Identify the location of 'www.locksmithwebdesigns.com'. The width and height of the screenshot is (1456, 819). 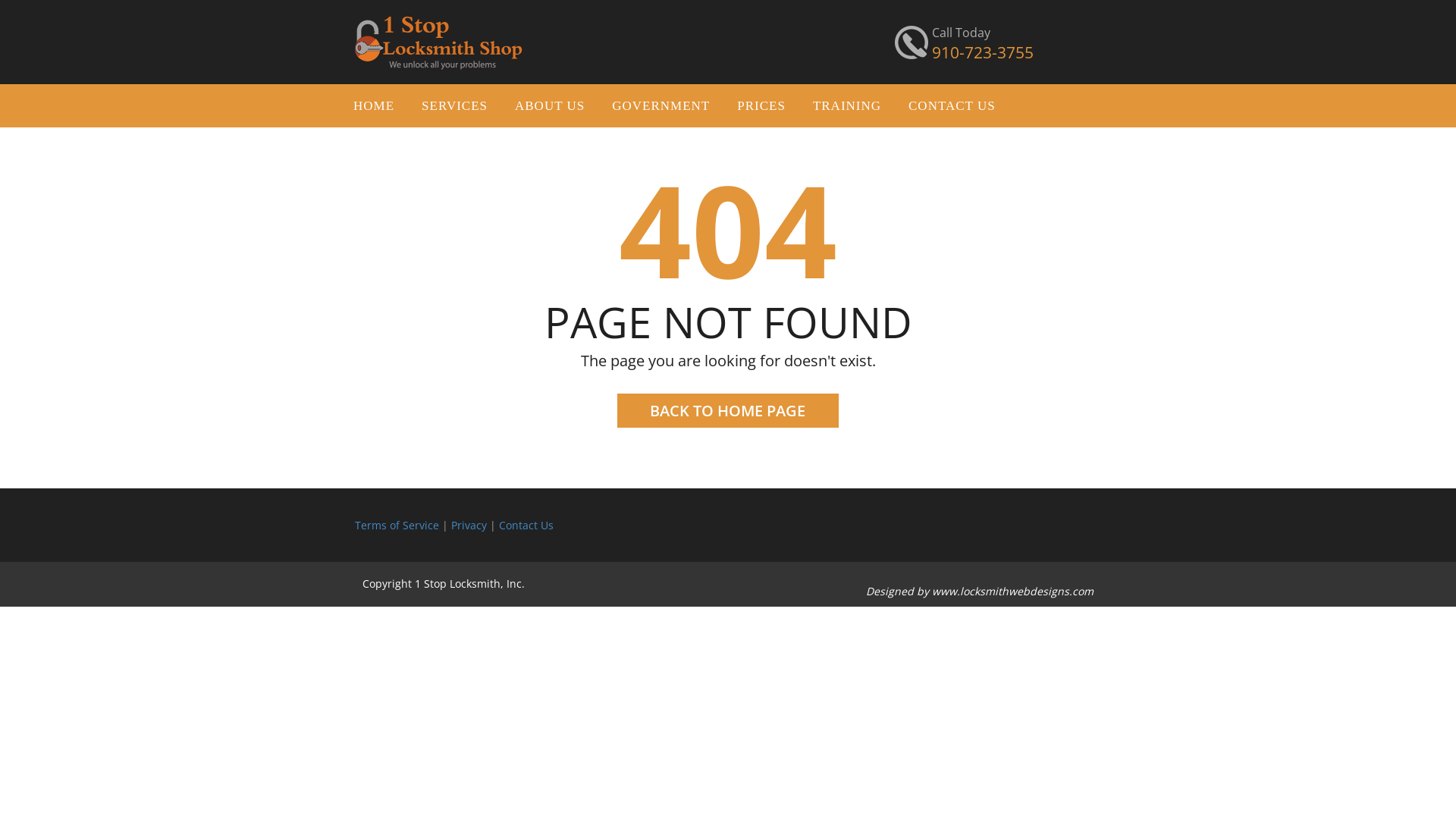
(1012, 590).